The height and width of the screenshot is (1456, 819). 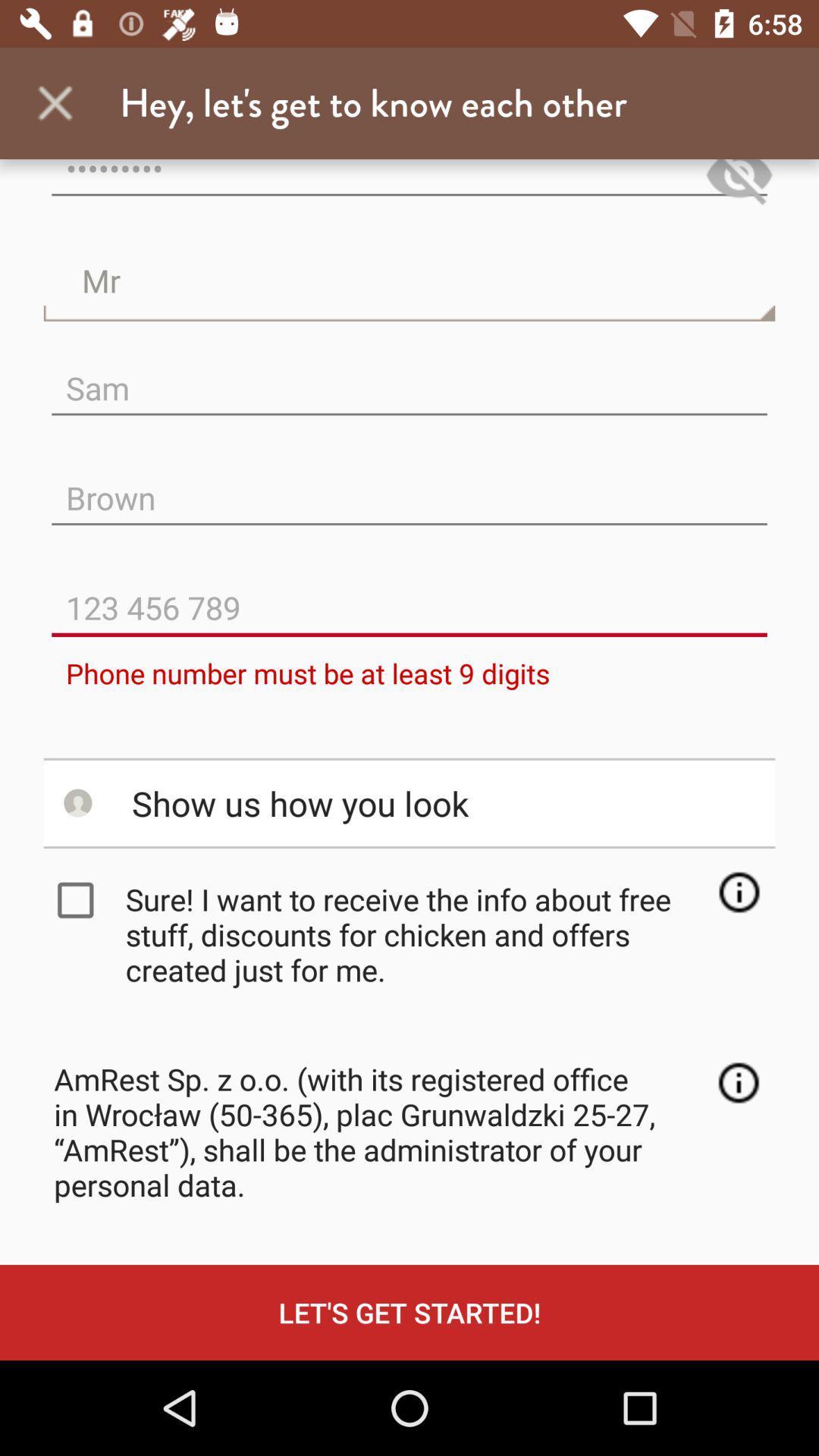 What do you see at coordinates (738, 1082) in the screenshot?
I see `the icon above let s get` at bounding box center [738, 1082].